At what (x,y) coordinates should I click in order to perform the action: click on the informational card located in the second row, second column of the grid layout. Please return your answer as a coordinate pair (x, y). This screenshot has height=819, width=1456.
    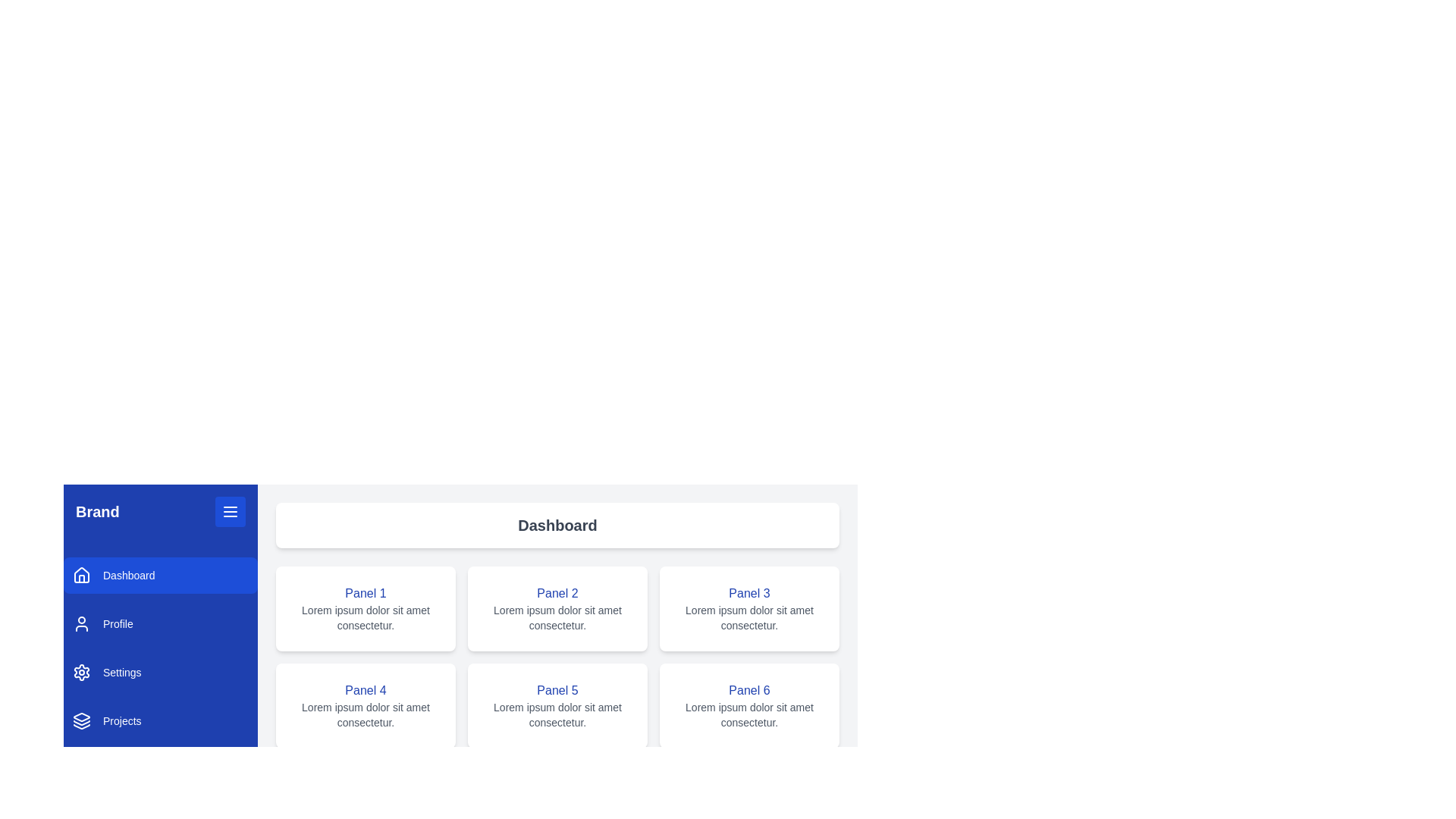
    Looking at the image, I should click on (557, 705).